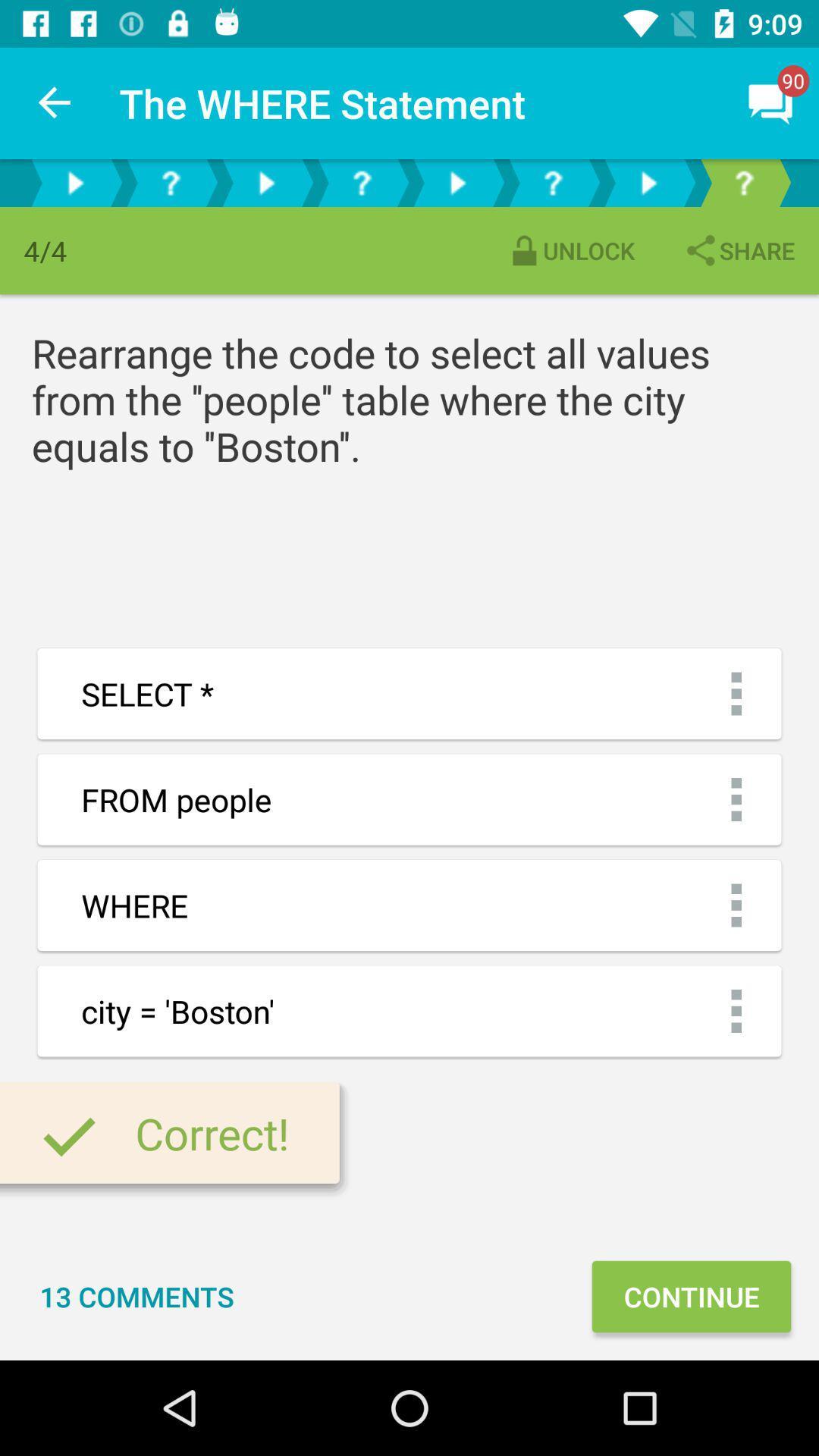 This screenshot has width=819, height=1456. Describe the element at coordinates (691, 1295) in the screenshot. I see `the continue item` at that location.